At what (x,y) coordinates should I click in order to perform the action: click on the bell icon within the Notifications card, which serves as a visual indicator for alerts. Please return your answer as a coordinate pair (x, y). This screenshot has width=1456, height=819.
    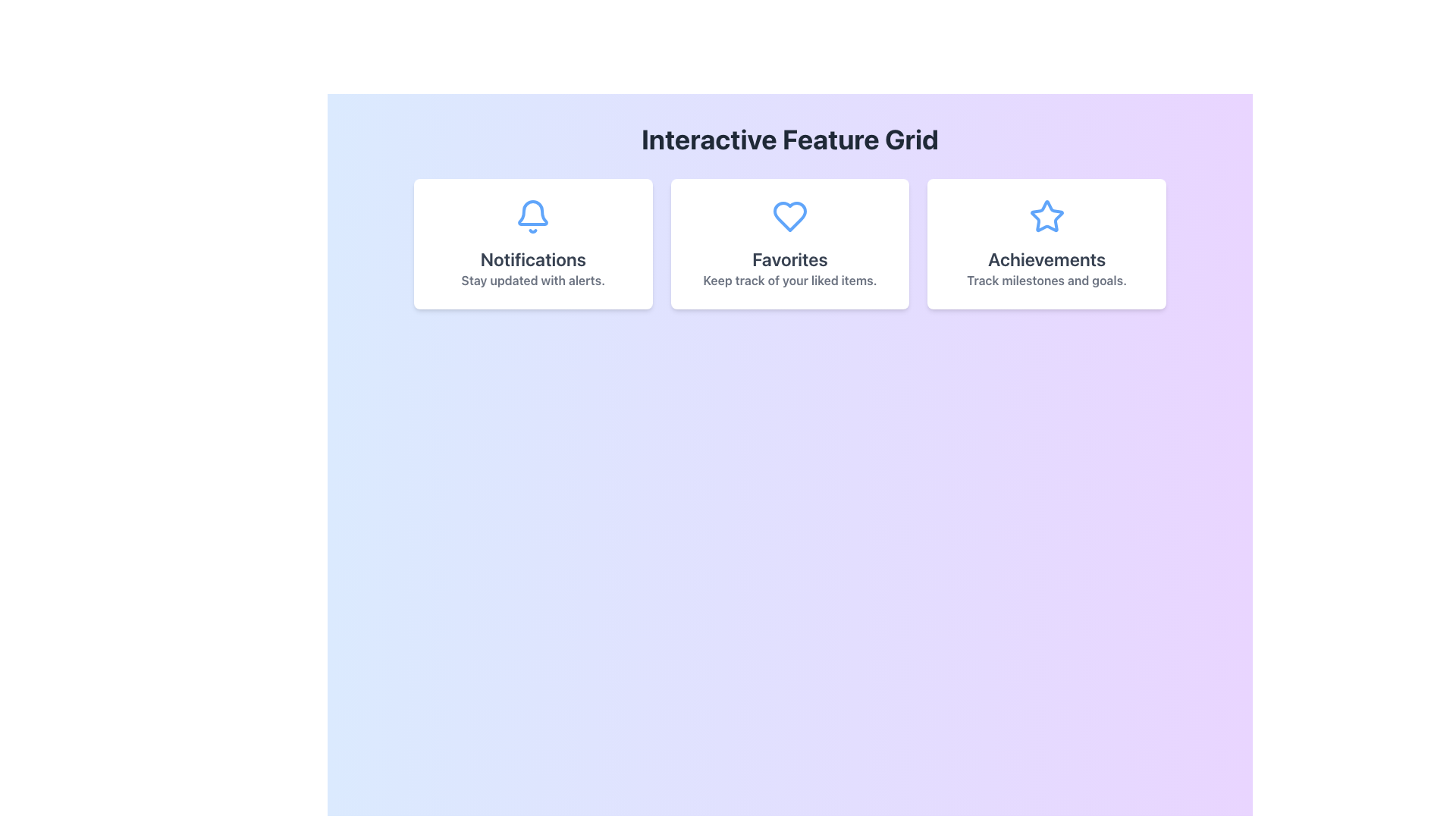
    Looking at the image, I should click on (533, 213).